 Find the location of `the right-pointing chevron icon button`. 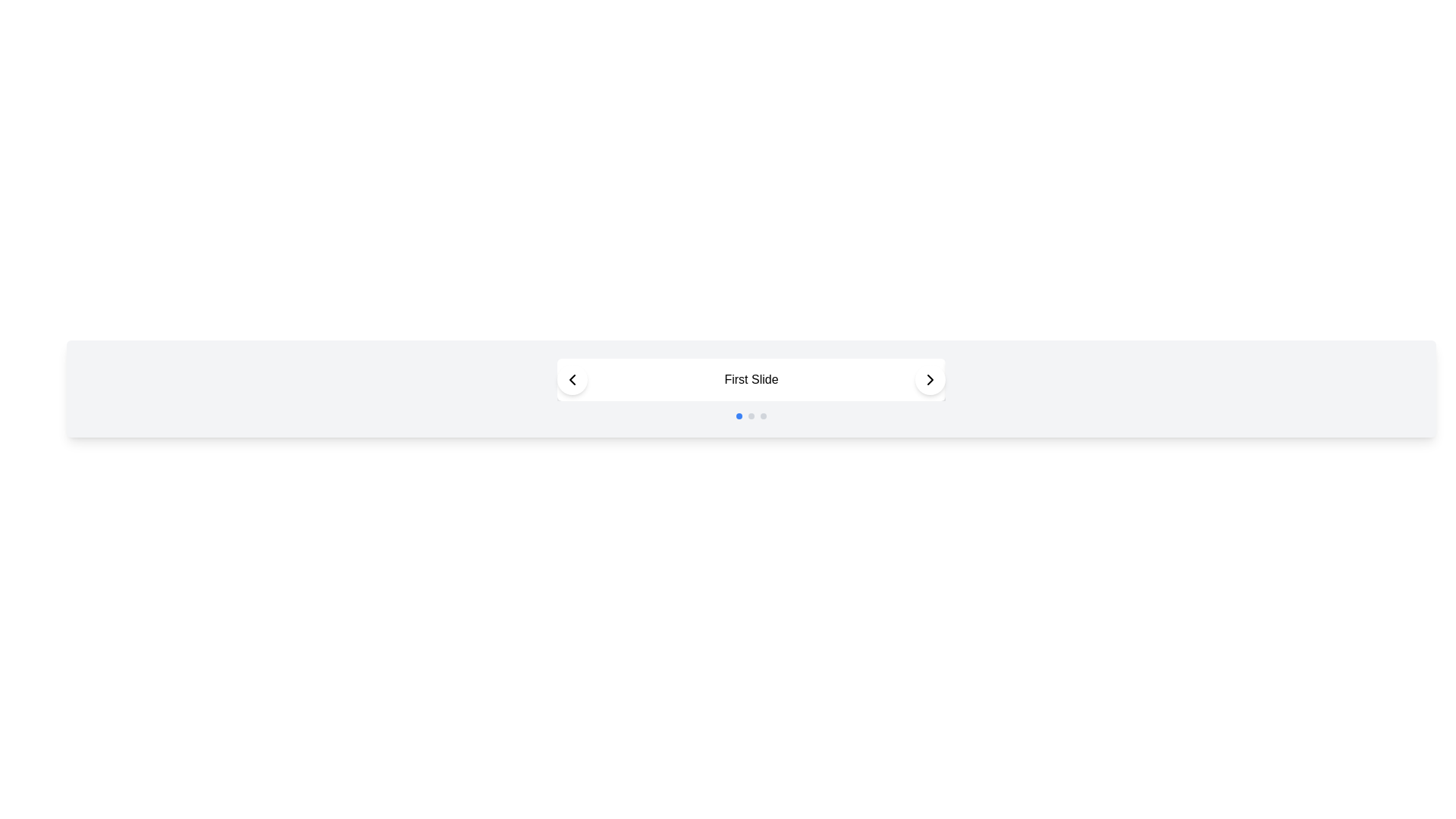

the right-pointing chevron icon button is located at coordinates (930, 379).